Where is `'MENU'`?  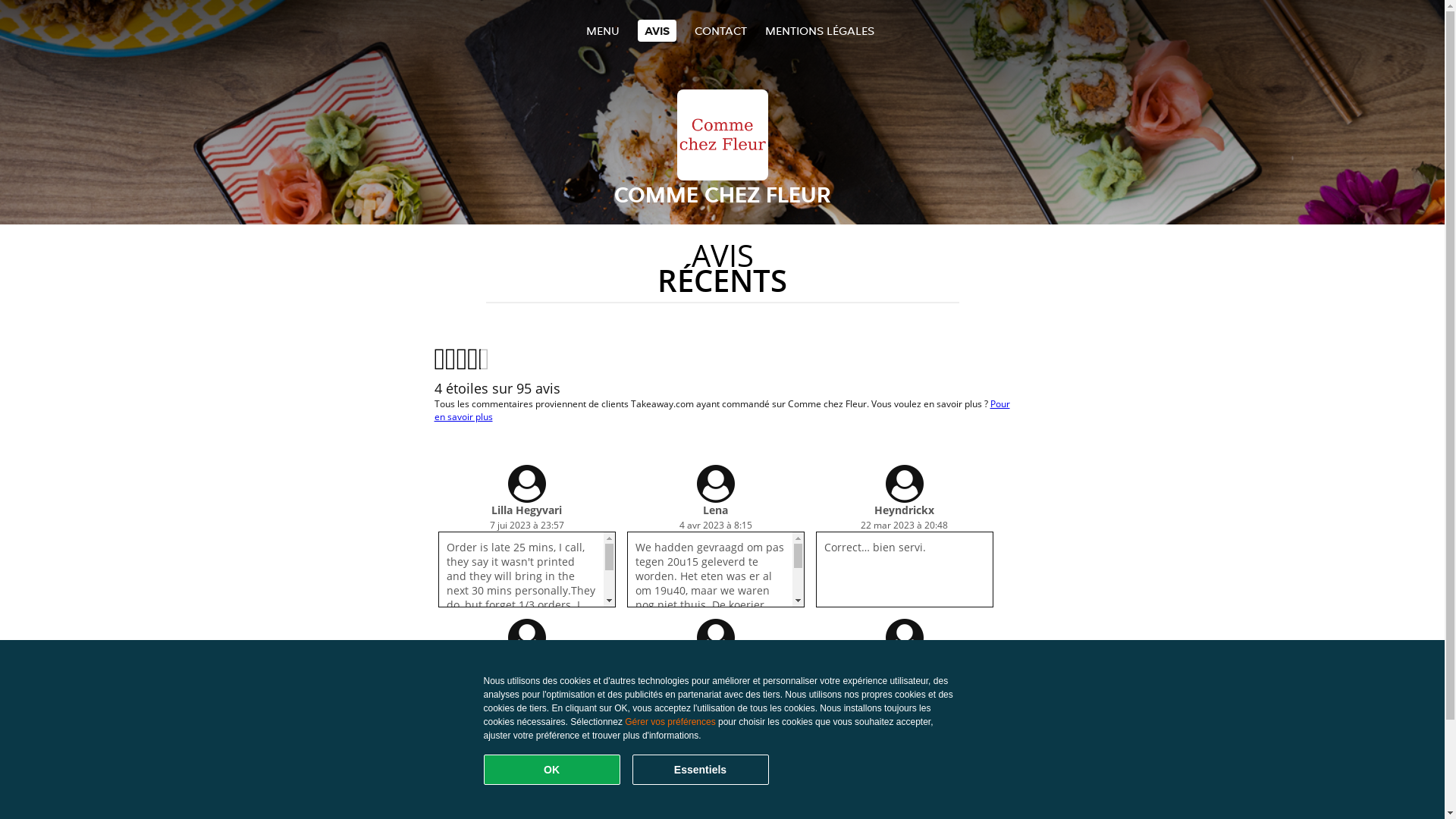 'MENU' is located at coordinates (601, 30).